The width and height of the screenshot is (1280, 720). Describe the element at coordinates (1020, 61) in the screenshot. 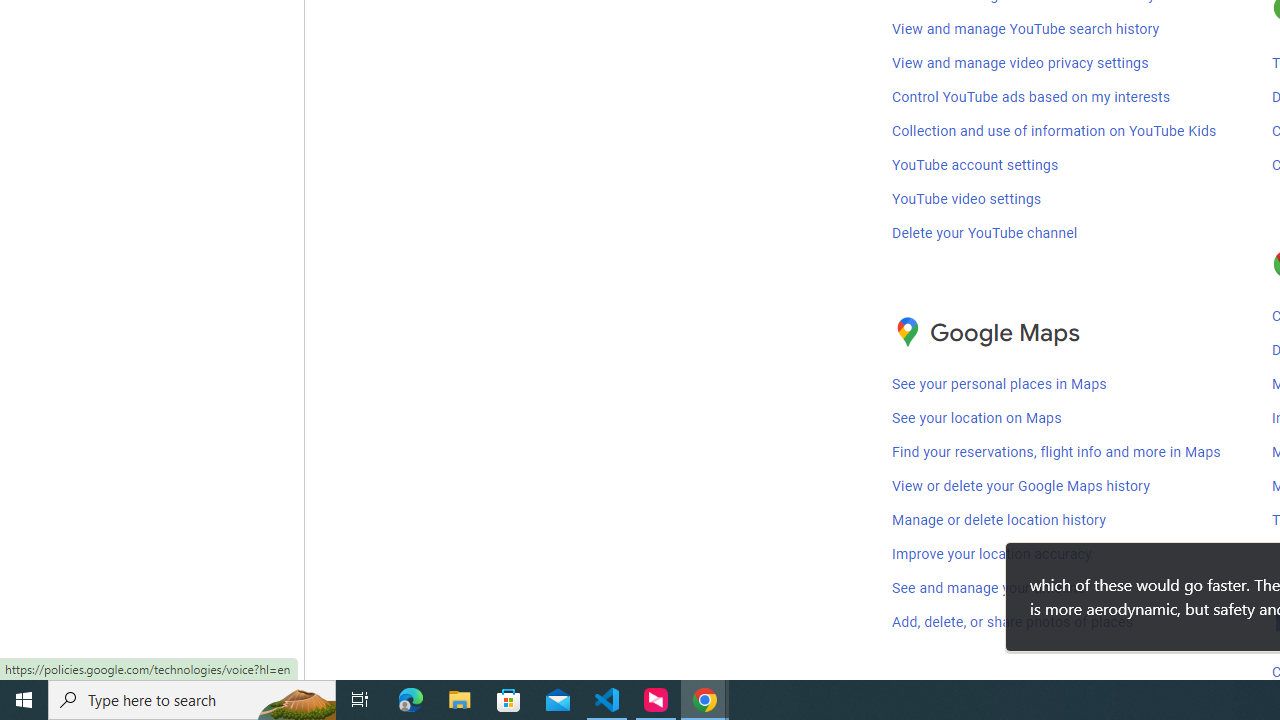

I see `'View and manage video privacy settings'` at that location.